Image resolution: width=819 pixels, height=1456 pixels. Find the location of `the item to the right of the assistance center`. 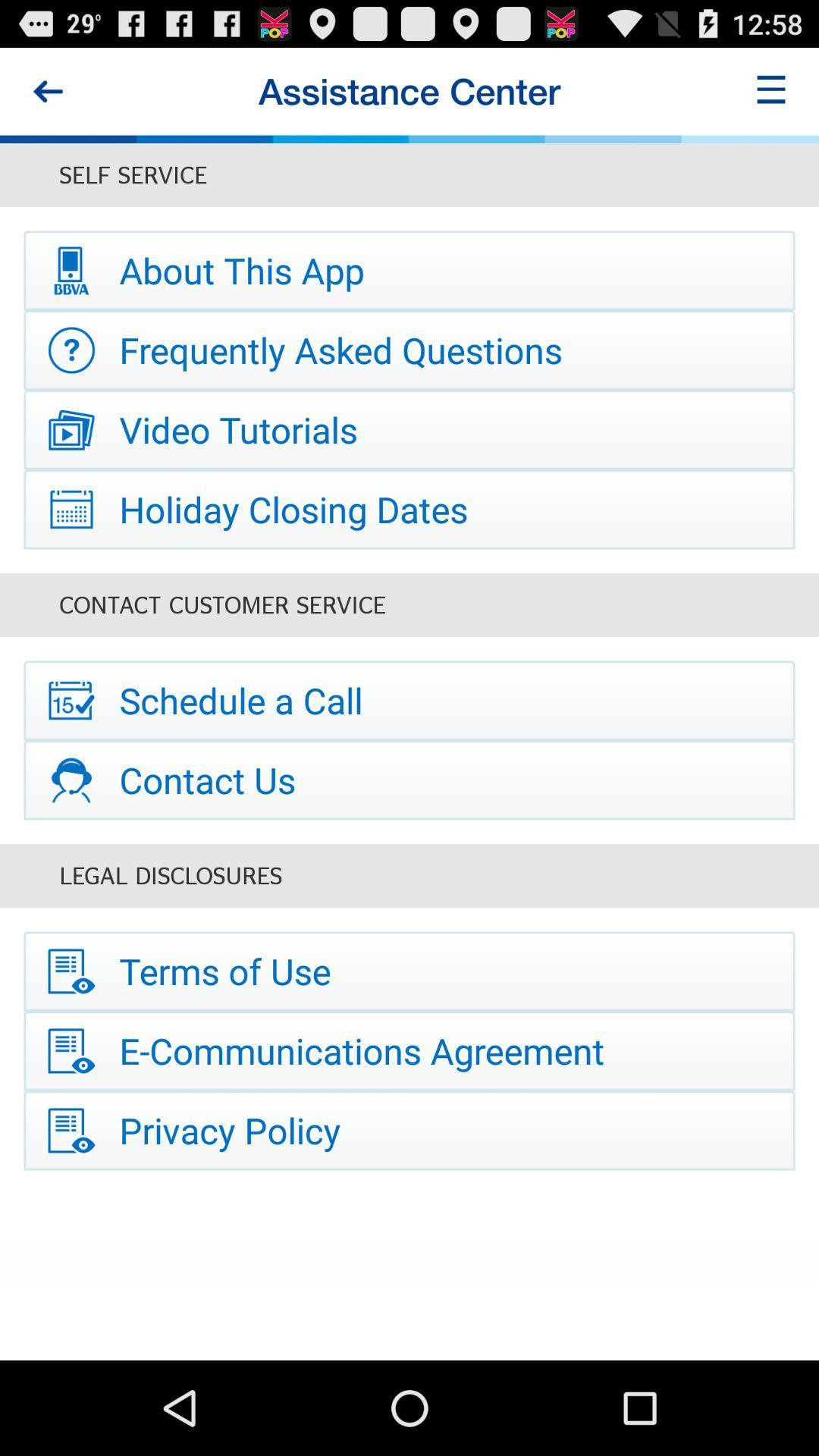

the item to the right of the assistance center is located at coordinates (771, 90).